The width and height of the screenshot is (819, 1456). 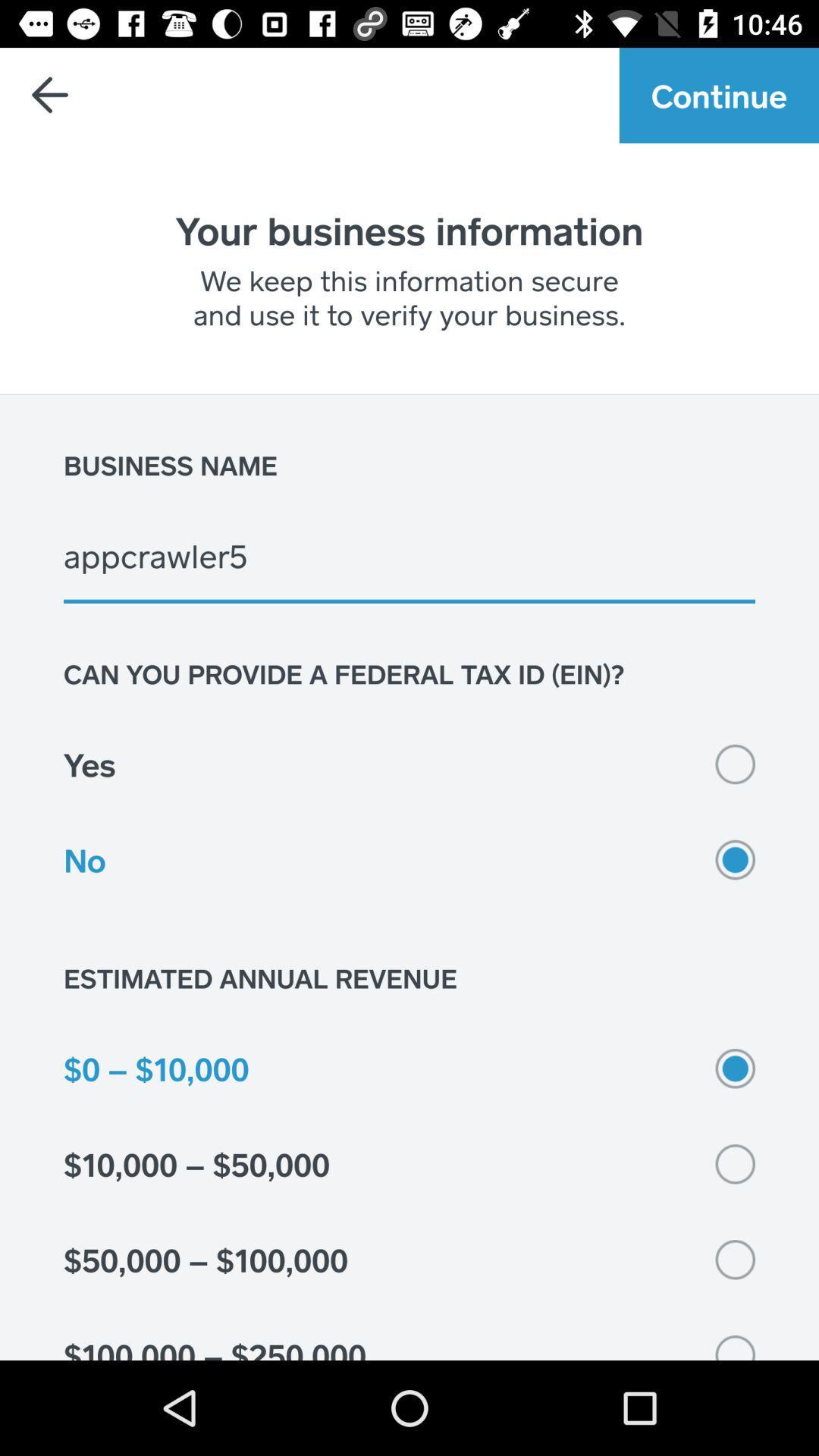 What do you see at coordinates (409, 764) in the screenshot?
I see `item above no icon` at bounding box center [409, 764].